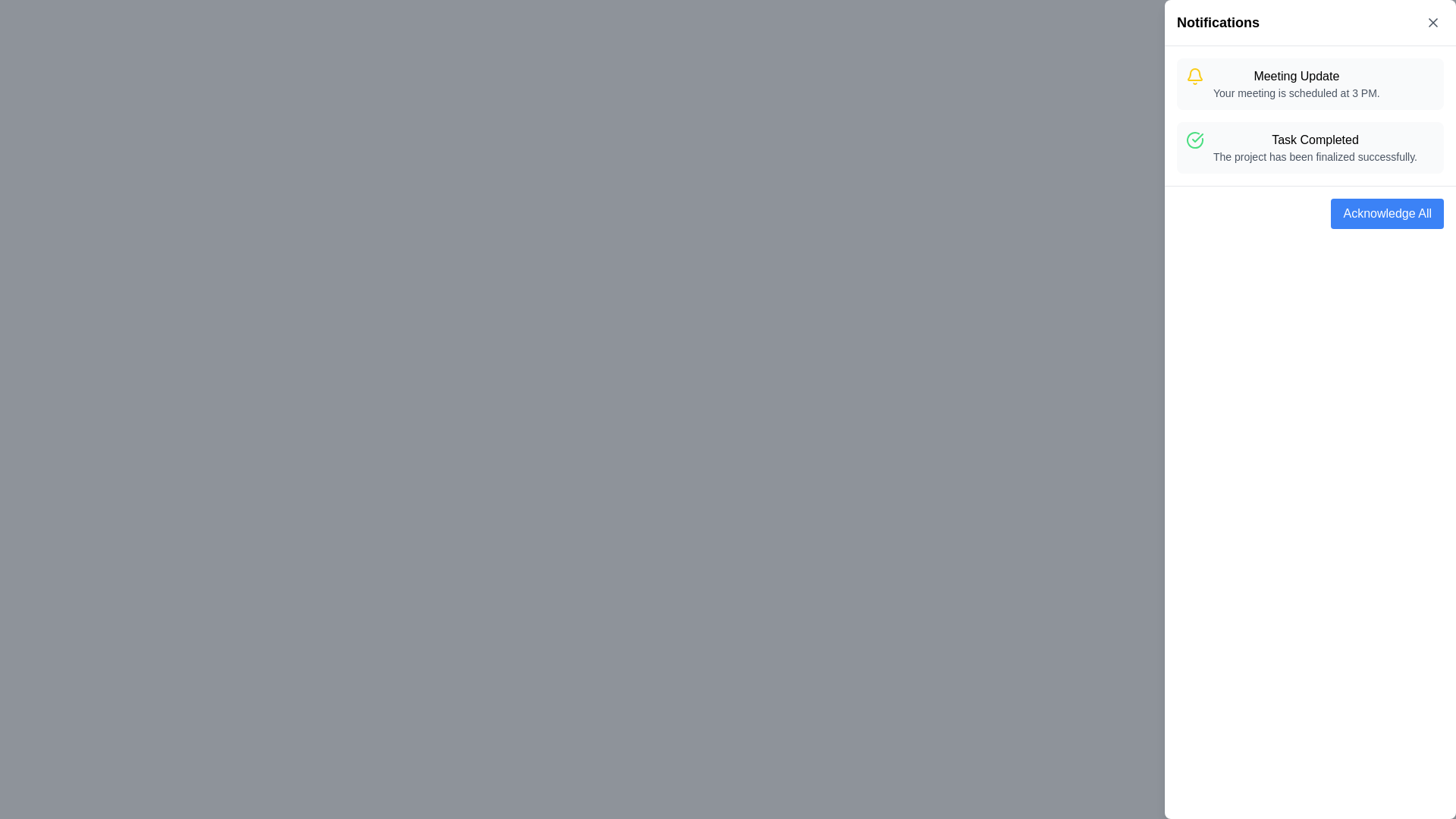  I want to click on the first notification item in the Notifications panel, which has a light gray background, rounded corners, a yellow bell icon, a bold title 'Meeting Update', and a smaller description 'Your meeting is scheduled at 3 PM.', so click(1310, 84).